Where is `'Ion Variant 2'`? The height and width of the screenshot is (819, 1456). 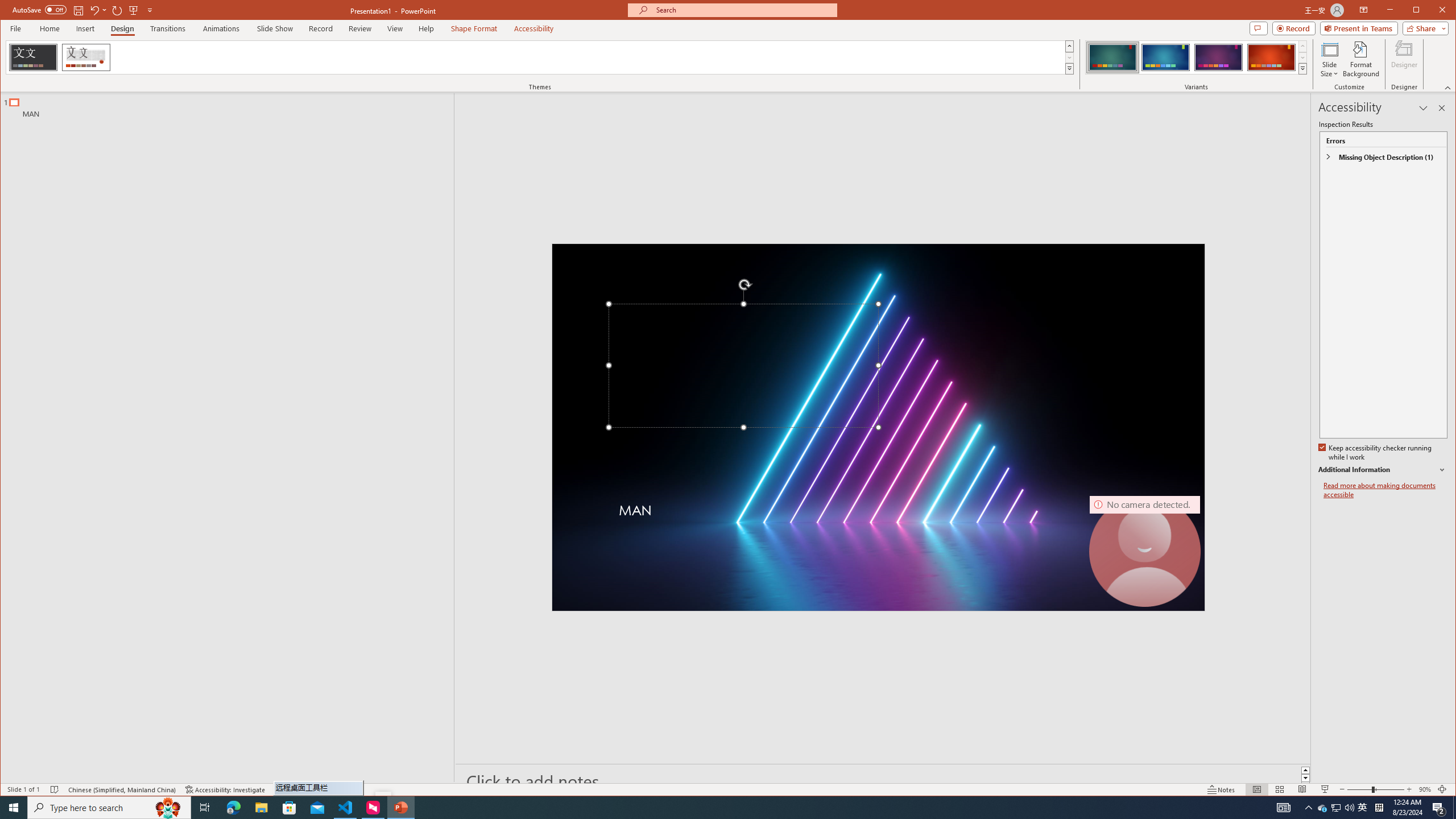 'Ion Variant 2' is located at coordinates (1165, 57).